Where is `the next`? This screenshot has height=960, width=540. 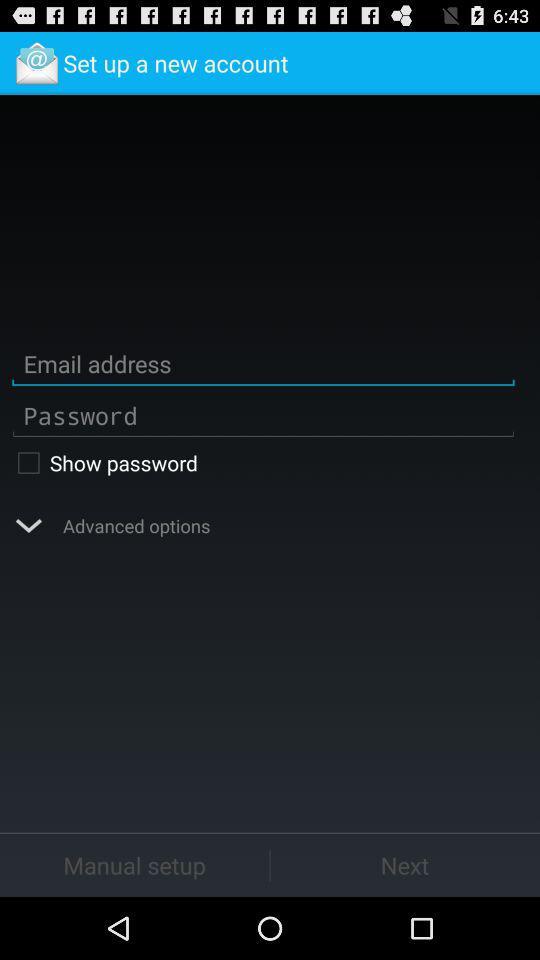 the next is located at coordinates (405, 864).